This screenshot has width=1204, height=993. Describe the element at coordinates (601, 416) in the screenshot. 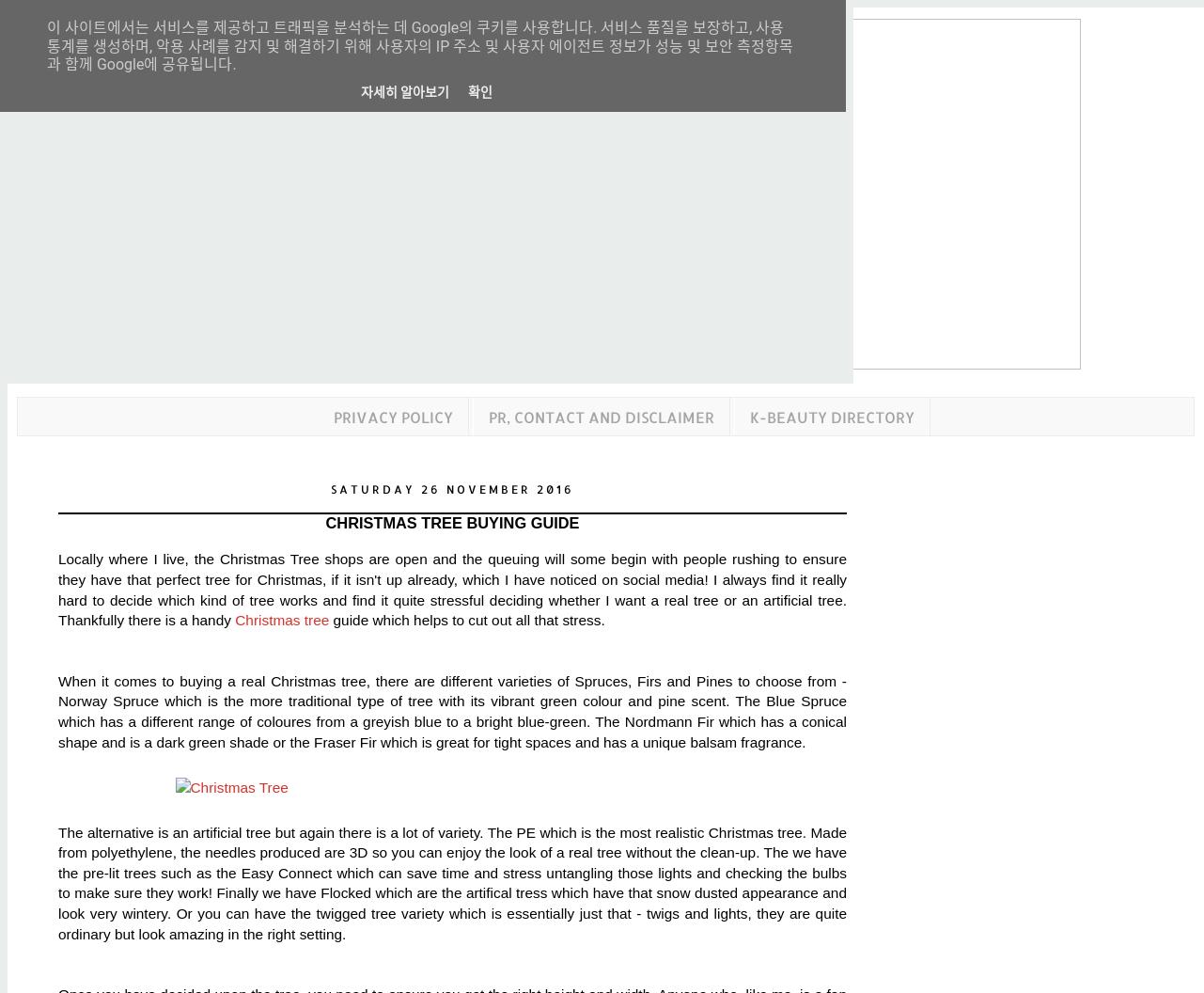

I see `'PR, Contact and Disclaimer'` at that location.